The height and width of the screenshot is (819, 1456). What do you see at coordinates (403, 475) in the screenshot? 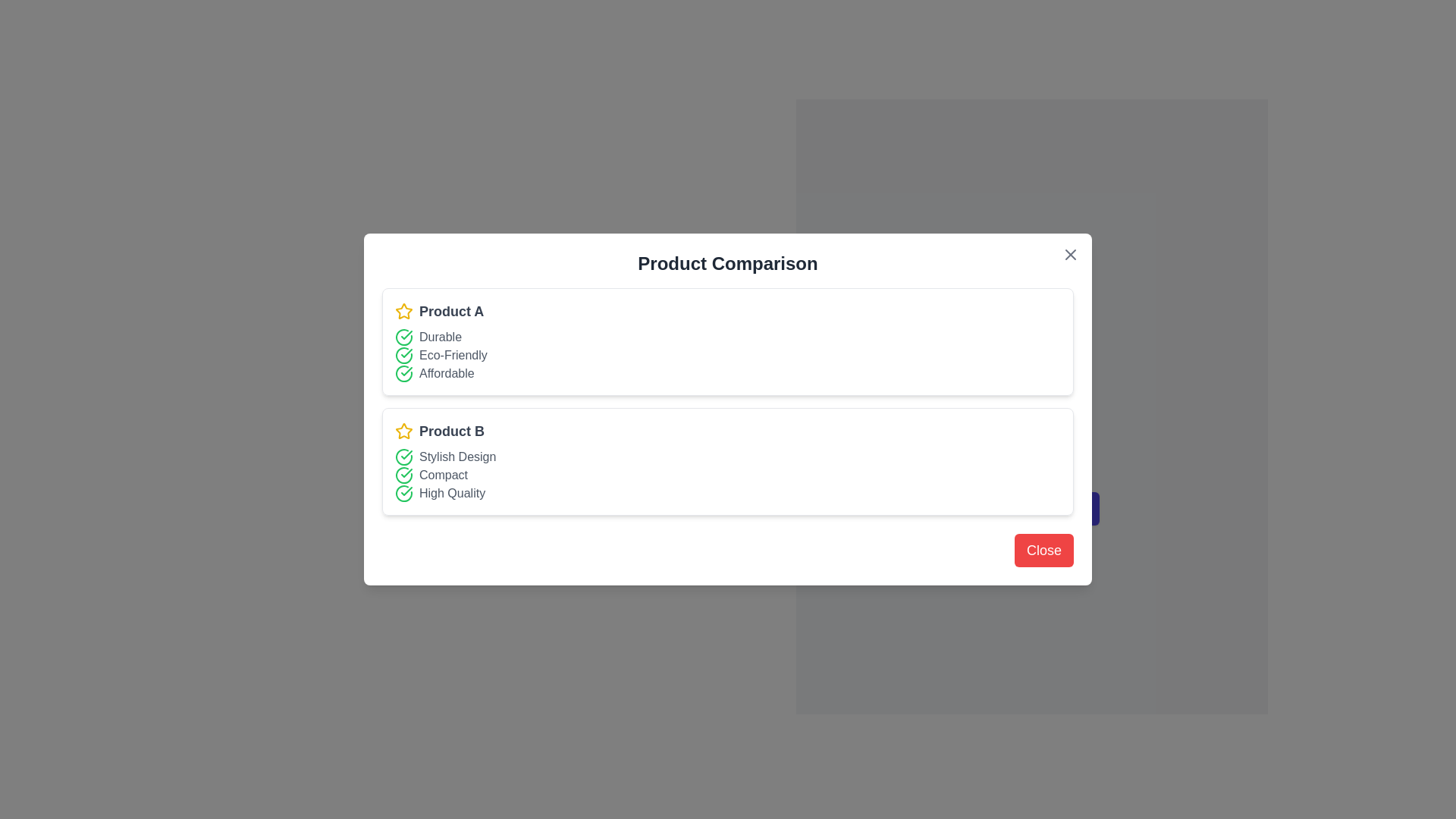
I see `the visual confirmation indicator icon for the 'Compact' feature of 'Product B', located next to the text 'Compact'` at bounding box center [403, 475].